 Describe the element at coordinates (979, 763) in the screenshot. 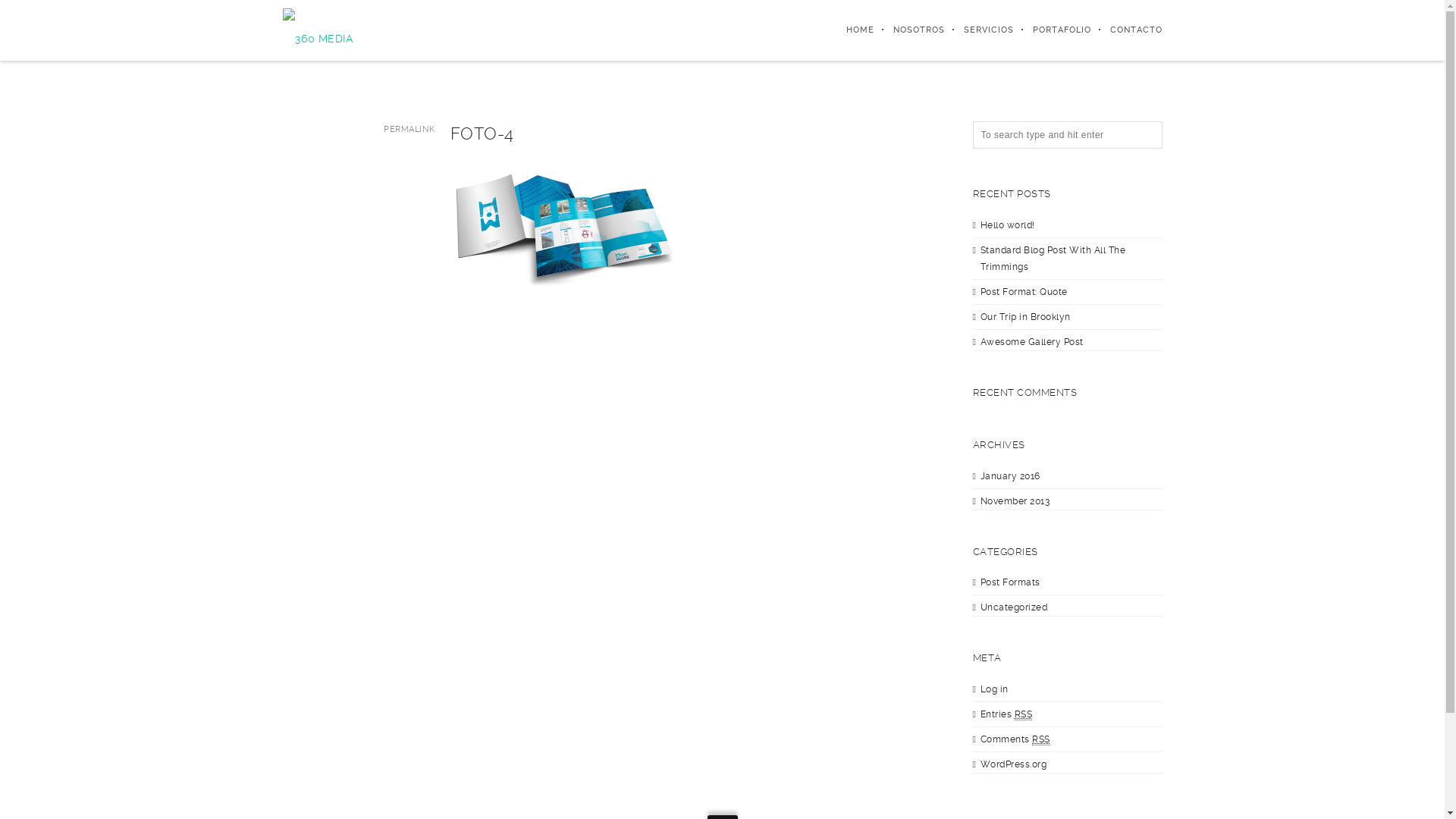

I see `'WordPress.org'` at that location.